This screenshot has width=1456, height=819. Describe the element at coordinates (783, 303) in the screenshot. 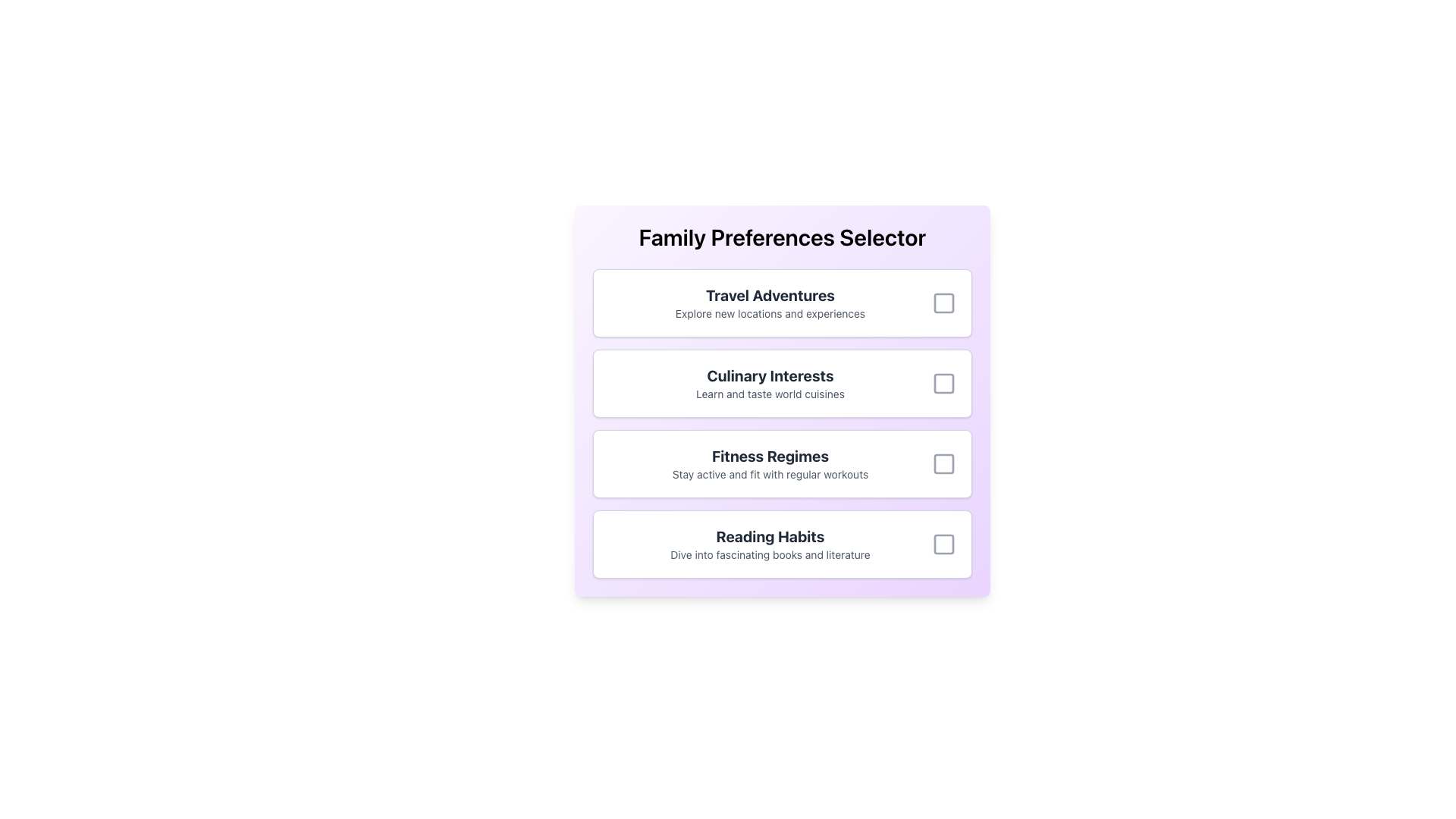

I see `the Selectable card with a checkbox for 'Travel Adventures' in the 'Family Preferences Selector' interface` at that location.